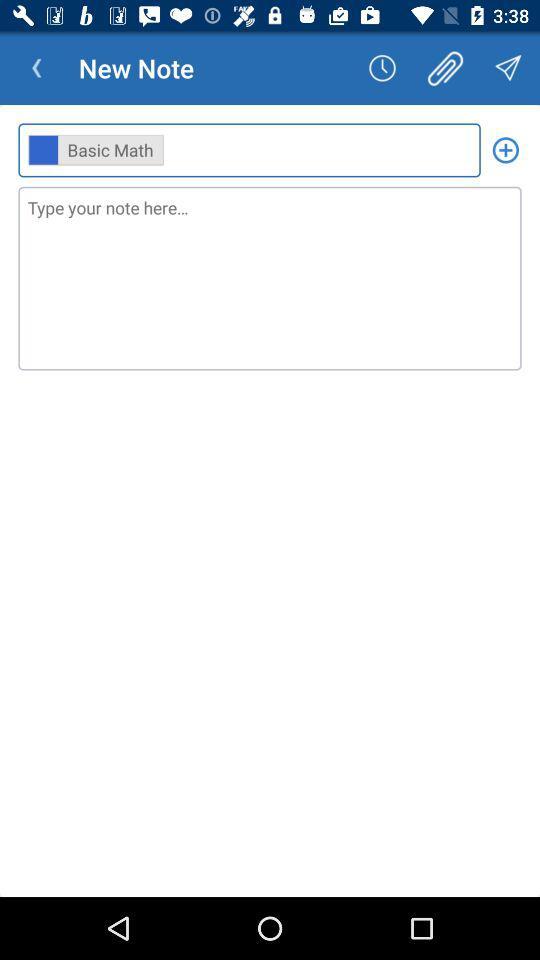 This screenshot has height=960, width=540. What do you see at coordinates (249, 149) in the screenshot?
I see `the ,,  item` at bounding box center [249, 149].